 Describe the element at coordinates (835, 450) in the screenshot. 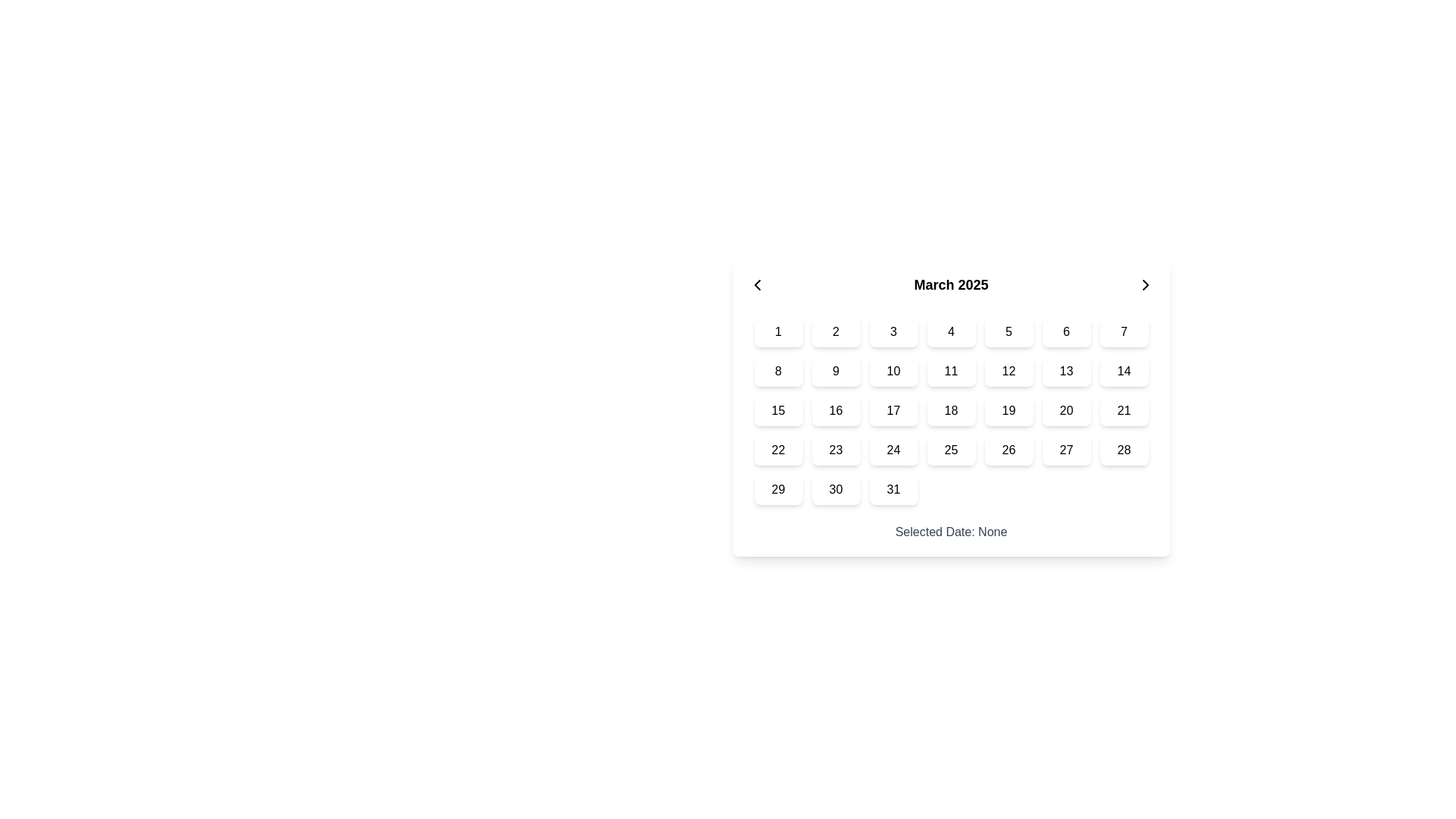

I see `the selectable calendar date button displaying the number '23'` at that location.